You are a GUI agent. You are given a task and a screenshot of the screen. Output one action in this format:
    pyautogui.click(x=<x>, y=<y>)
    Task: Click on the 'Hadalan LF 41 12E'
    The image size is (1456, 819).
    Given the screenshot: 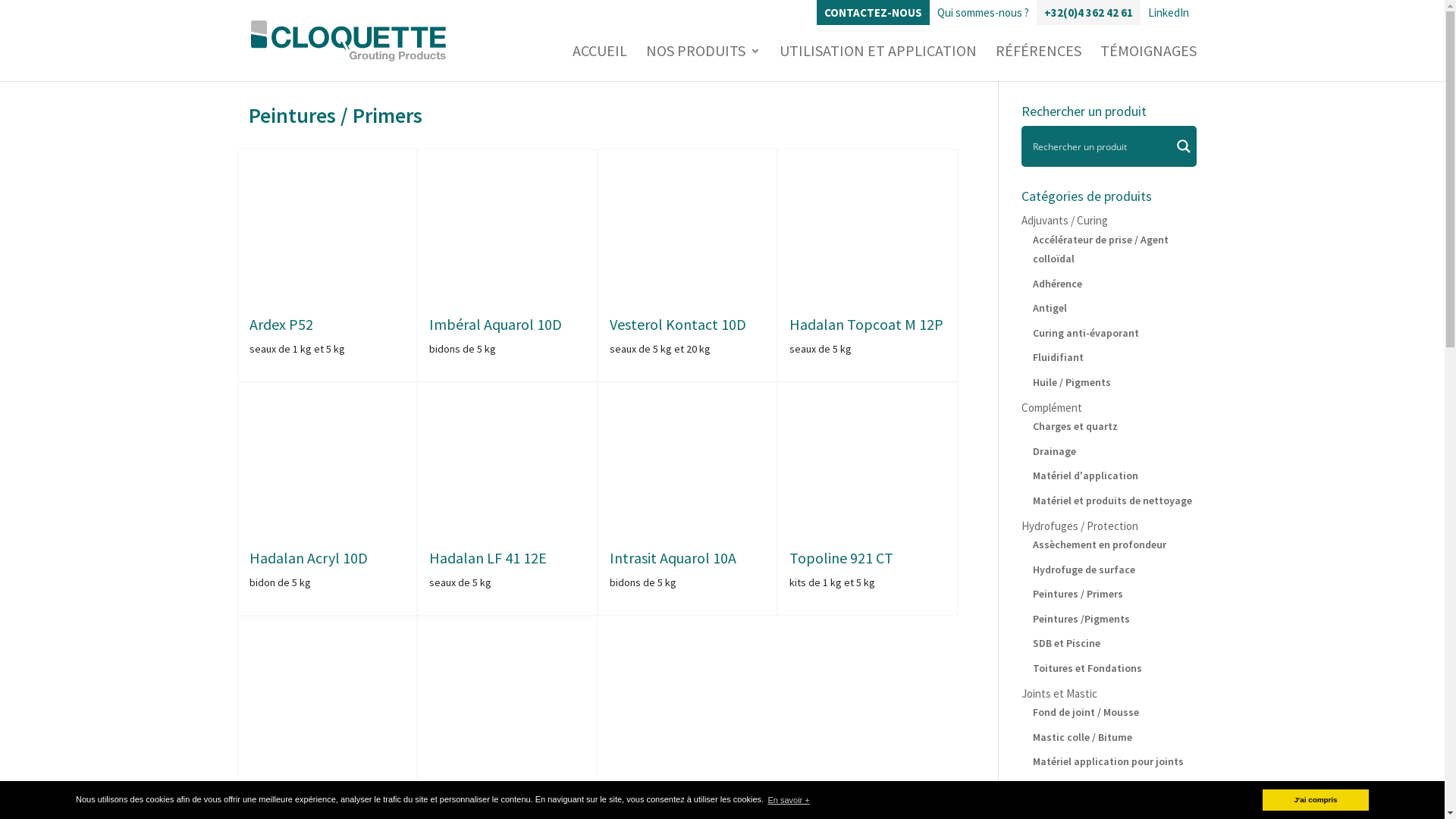 What is the action you would take?
    pyautogui.click(x=428, y=557)
    